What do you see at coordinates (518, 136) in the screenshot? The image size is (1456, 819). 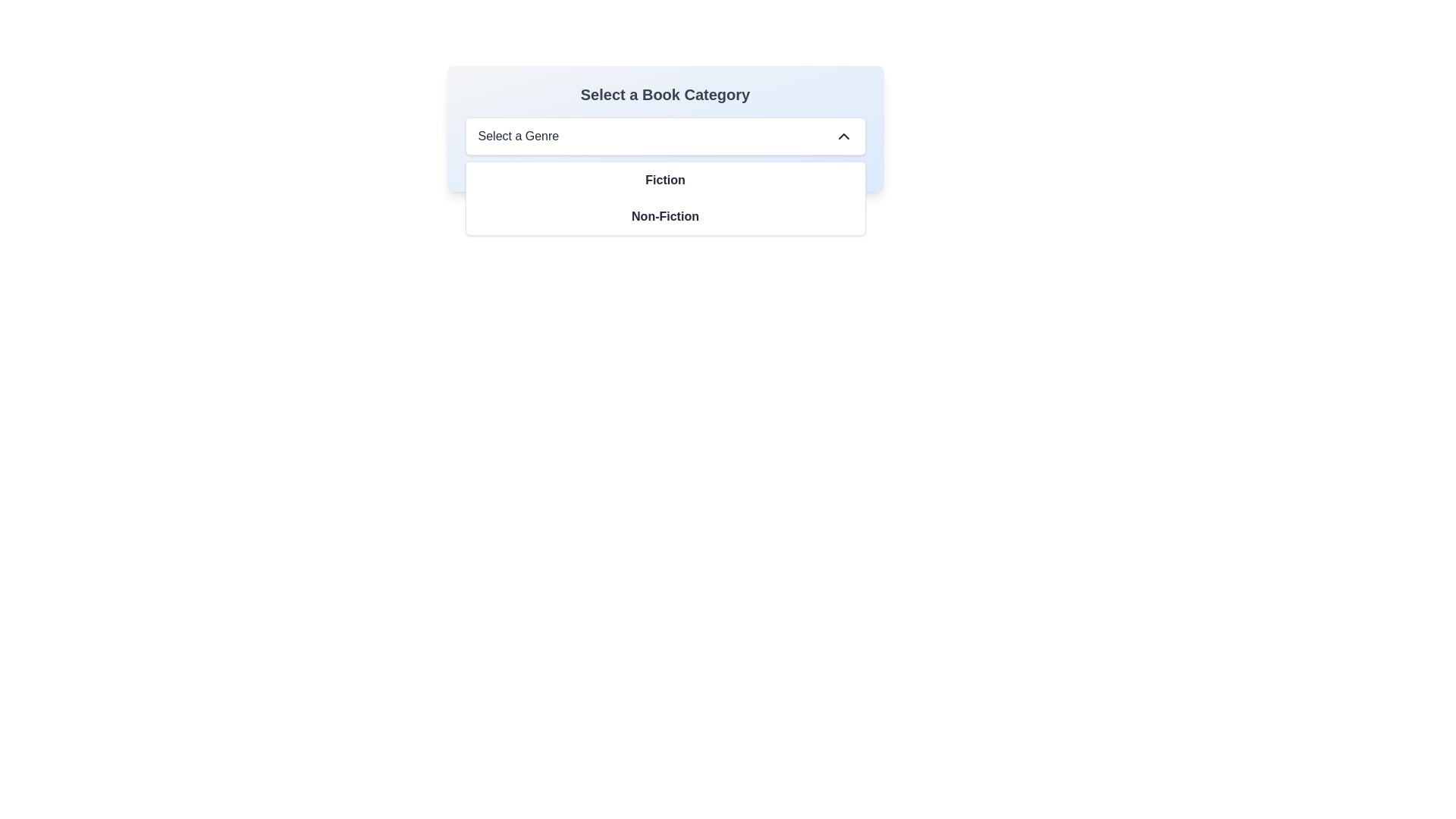 I see `the static text label in the dropdown menu that guides the user to select a genre, highlighting it` at bounding box center [518, 136].